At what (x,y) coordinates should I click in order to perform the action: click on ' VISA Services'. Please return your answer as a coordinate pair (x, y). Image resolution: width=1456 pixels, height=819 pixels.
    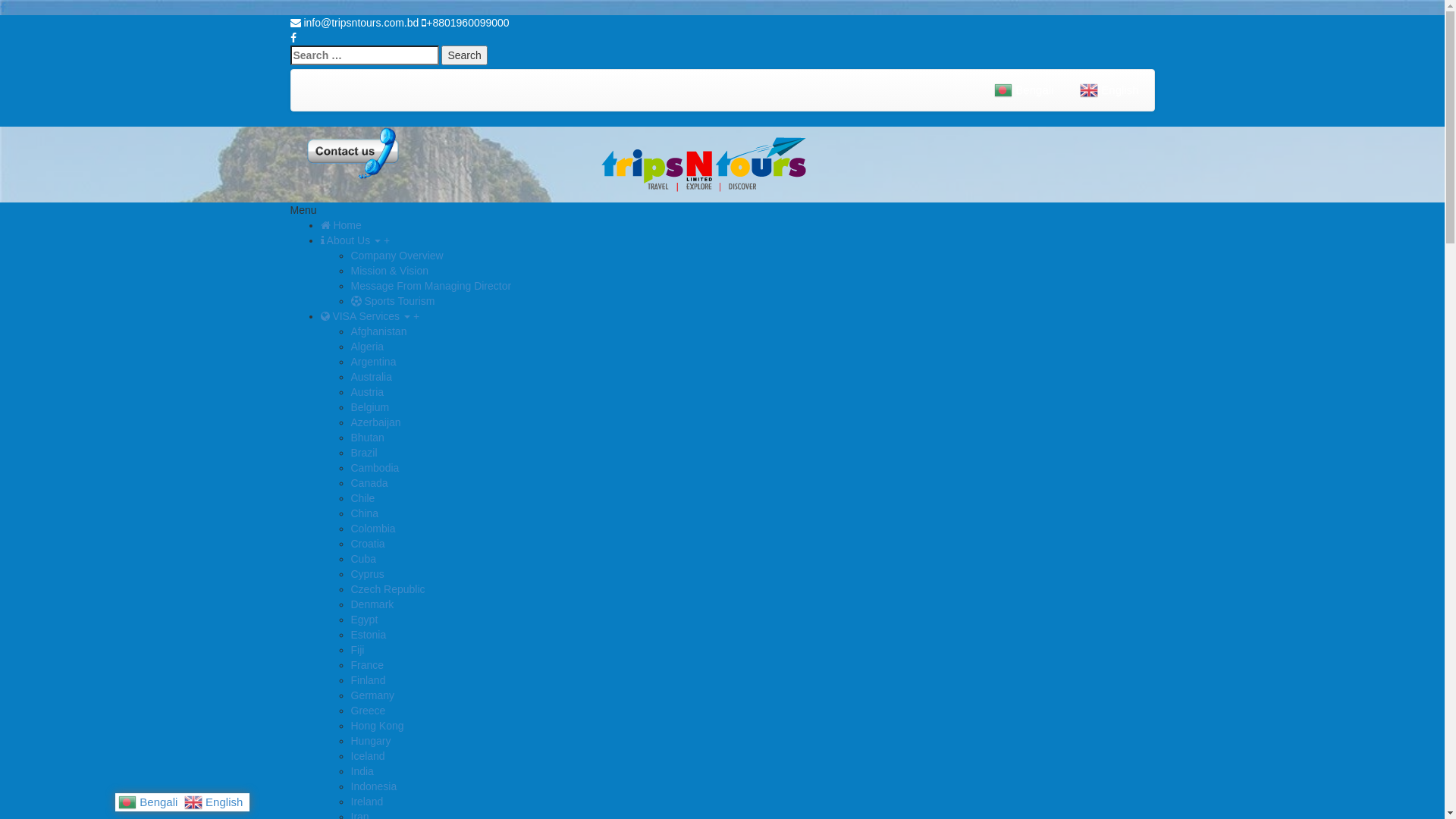
    Looking at the image, I should click on (319, 315).